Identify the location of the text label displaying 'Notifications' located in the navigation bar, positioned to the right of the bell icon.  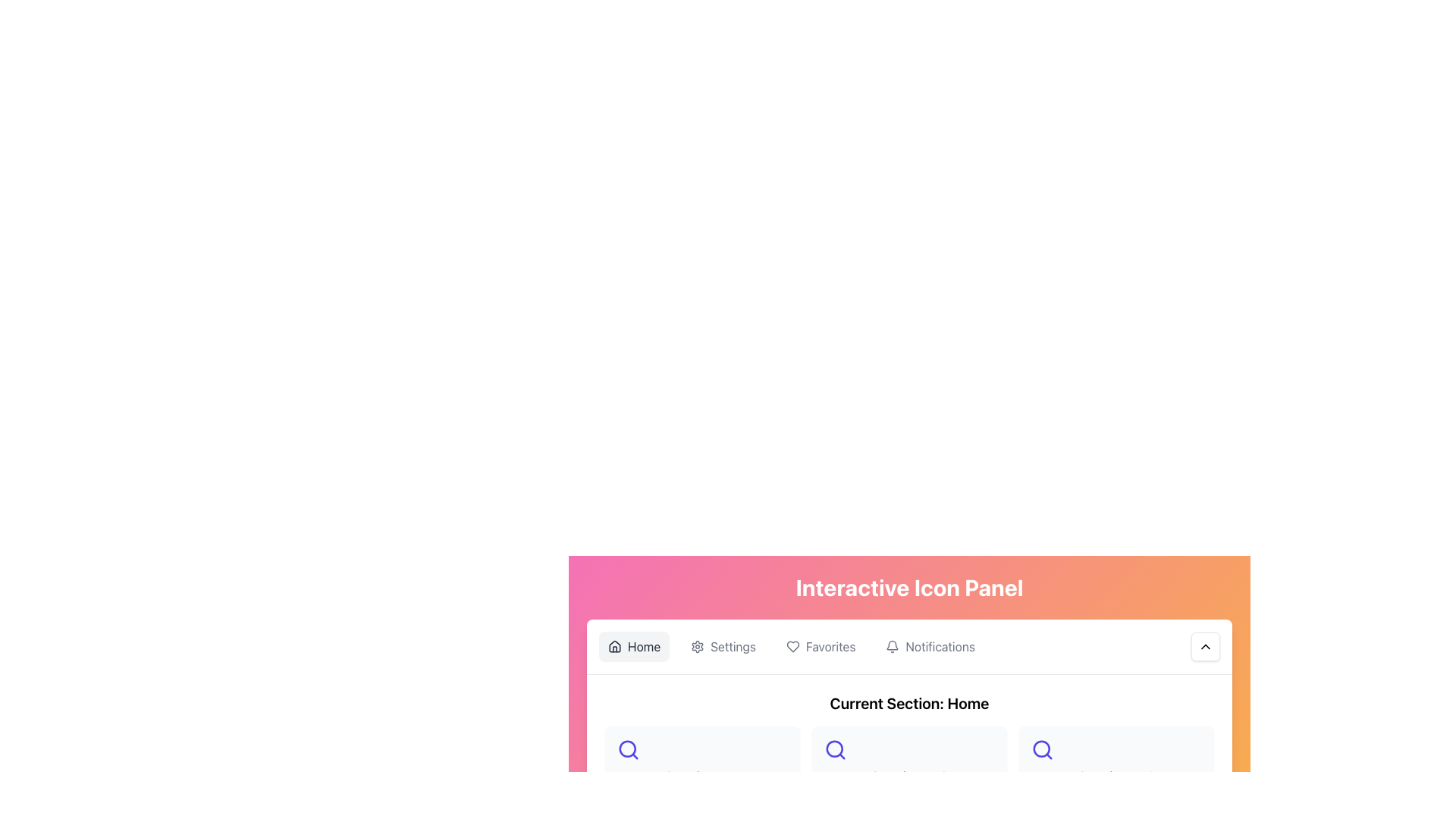
(940, 646).